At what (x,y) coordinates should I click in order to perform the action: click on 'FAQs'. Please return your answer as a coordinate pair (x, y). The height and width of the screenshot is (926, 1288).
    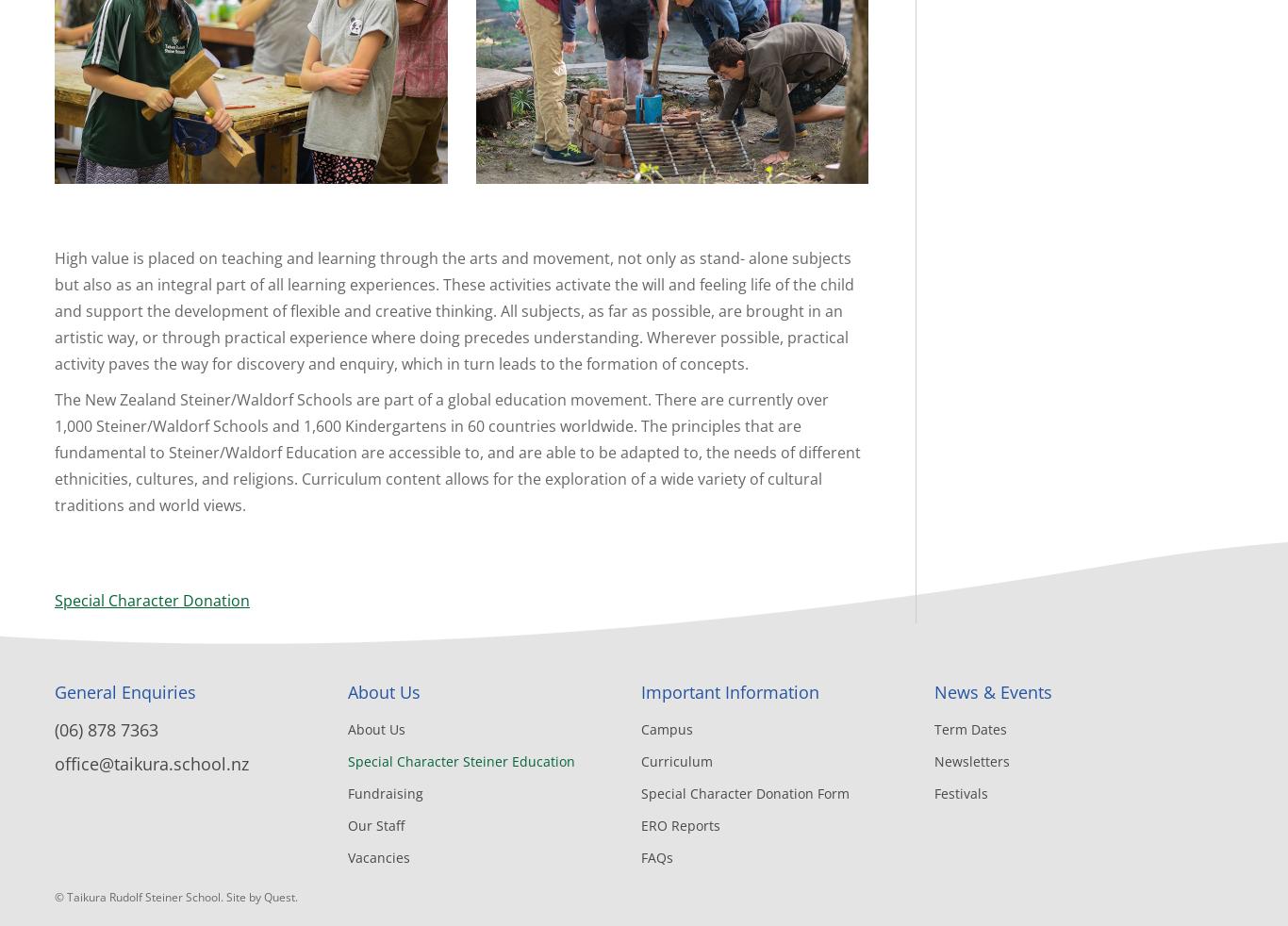
    Looking at the image, I should click on (656, 857).